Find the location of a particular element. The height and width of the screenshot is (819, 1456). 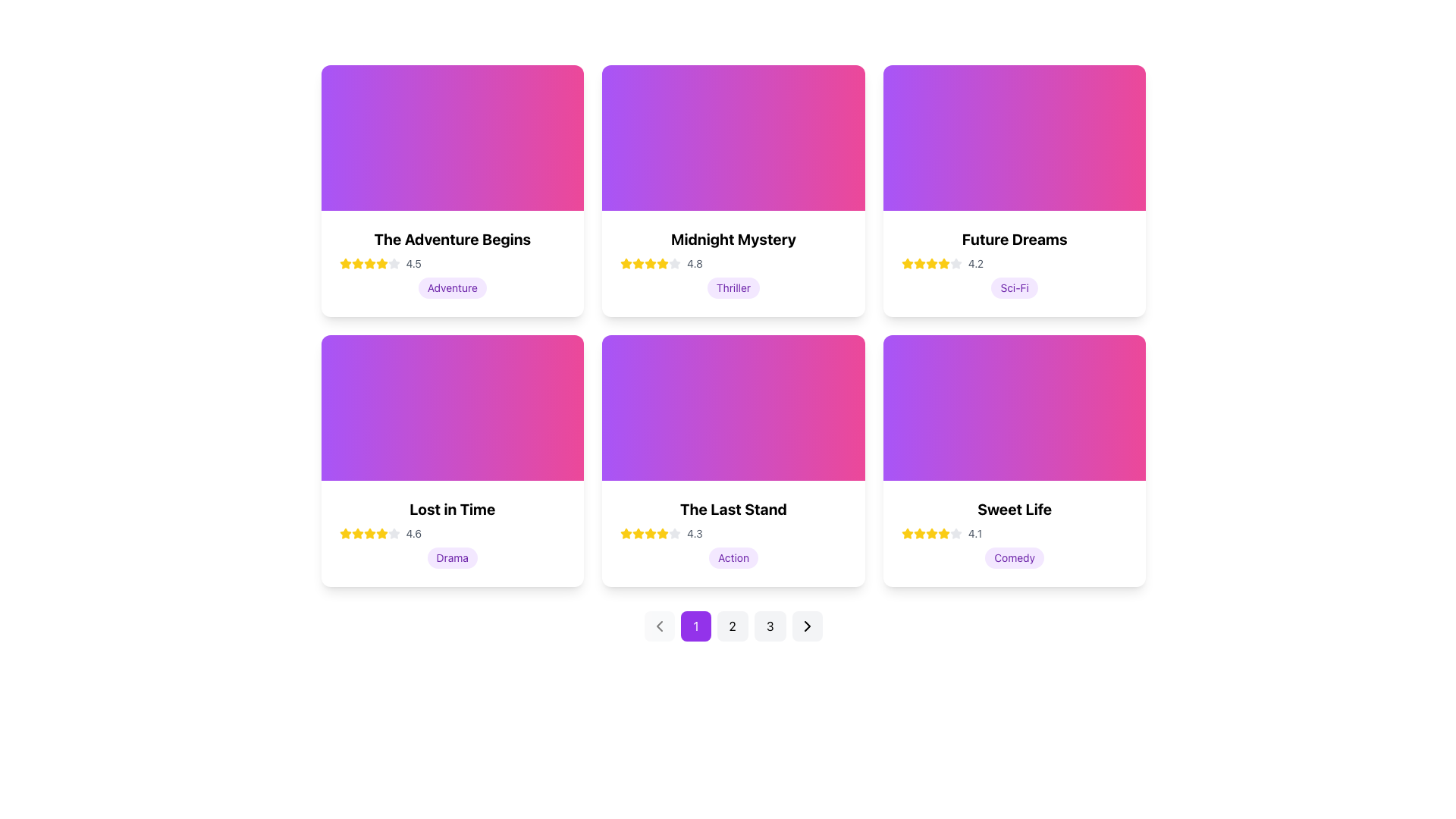

the second star-shaped rating indicator for the 'Lost in Time' item, which visually represents one of the ratings given by users is located at coordinates (356, 532).